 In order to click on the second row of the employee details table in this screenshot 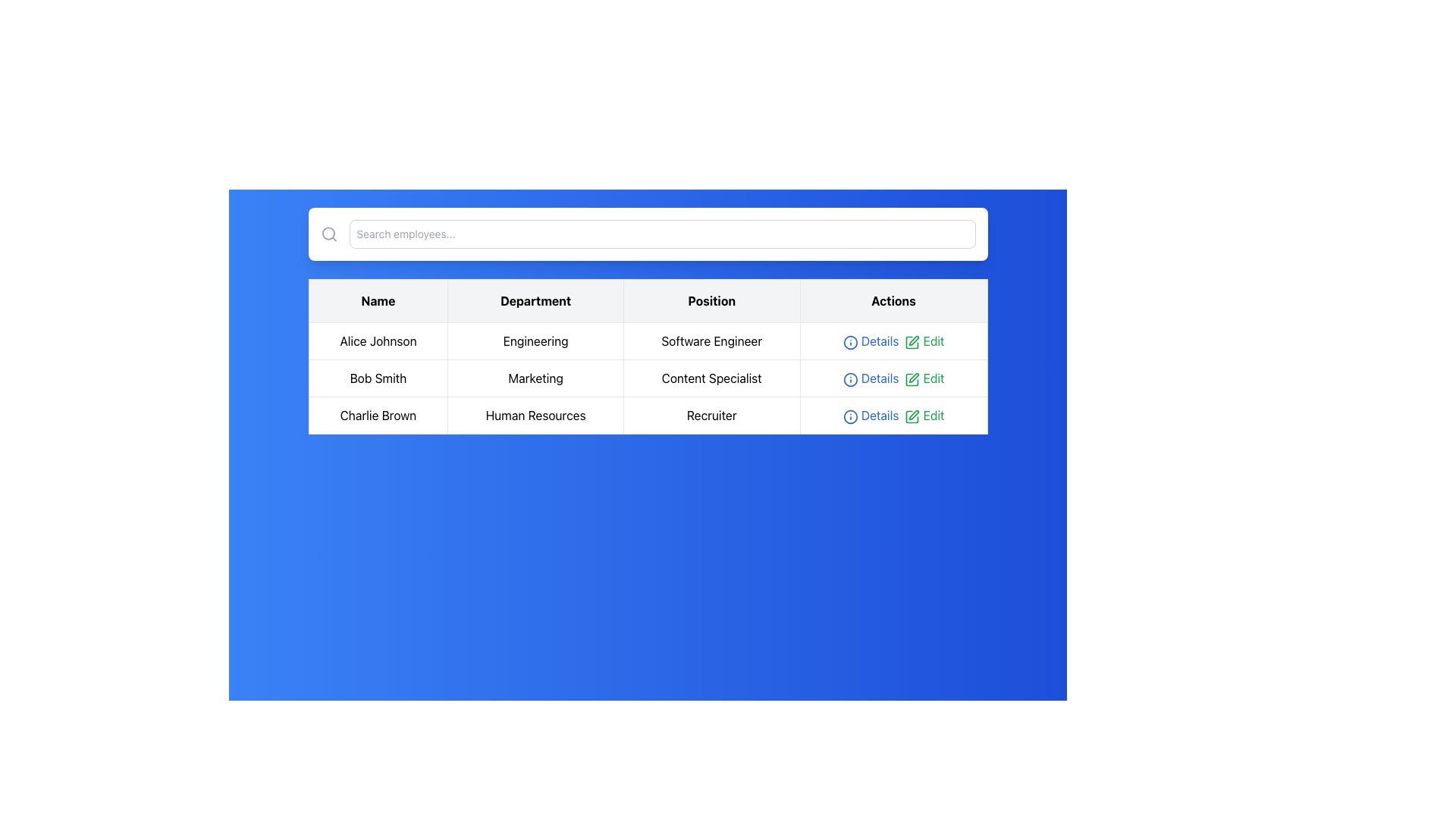, I will do `click(648, 377)`.